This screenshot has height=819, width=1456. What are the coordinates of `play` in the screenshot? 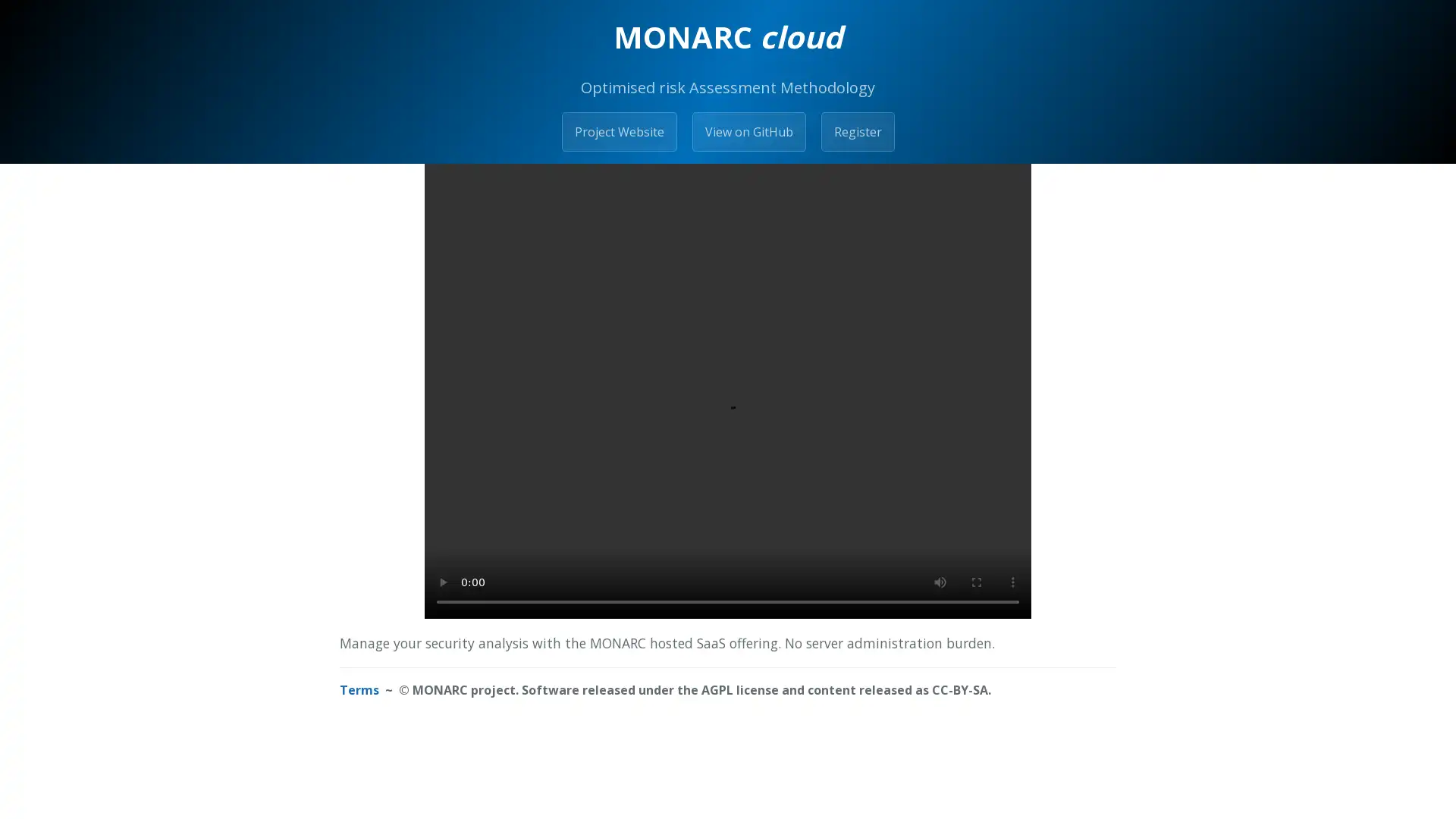 It's located at (442, 581).